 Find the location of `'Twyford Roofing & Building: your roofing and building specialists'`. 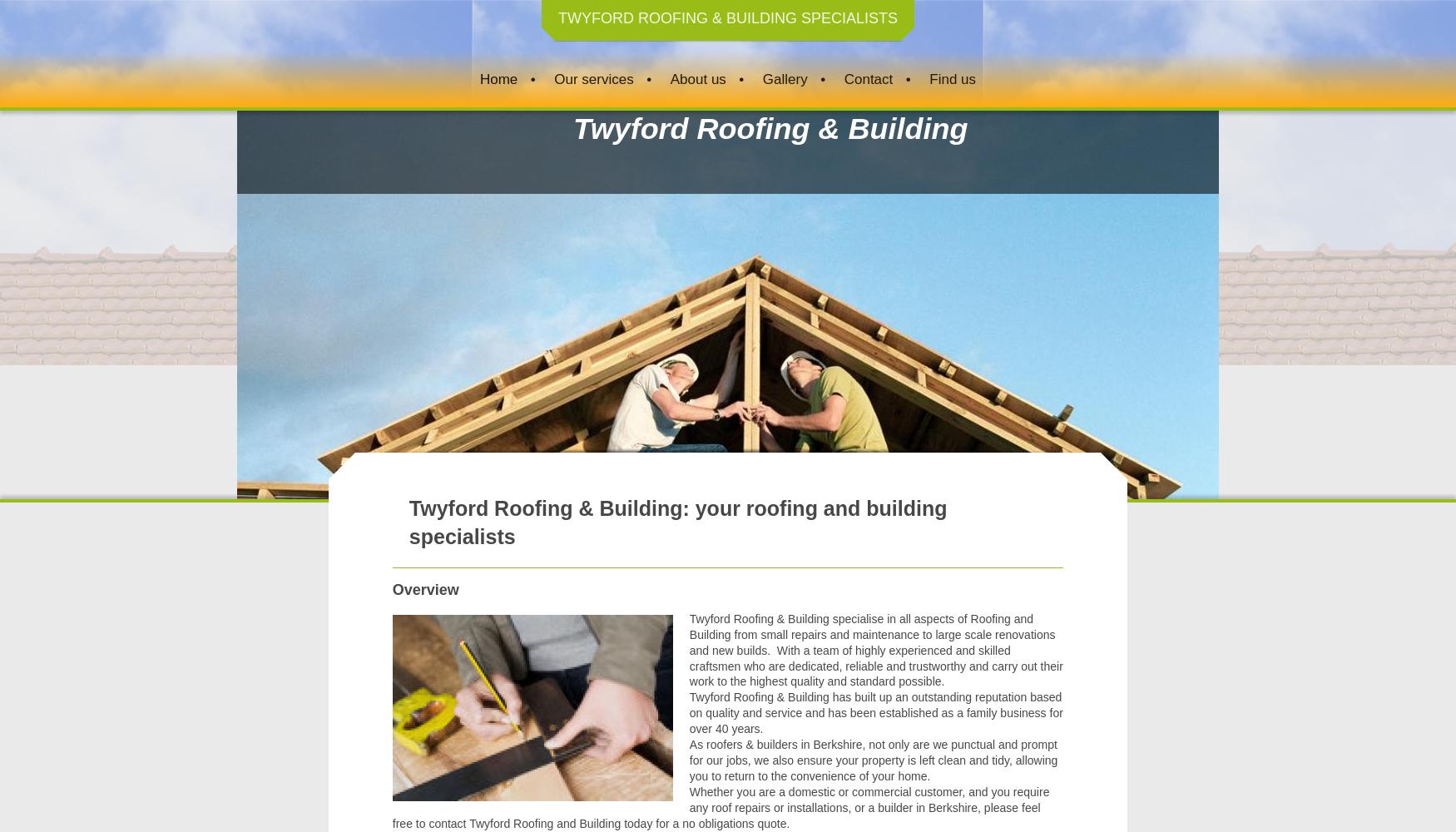

'Twyford Roofing & Building: your roofing and building specialists' is located at coordinates (677, 522).